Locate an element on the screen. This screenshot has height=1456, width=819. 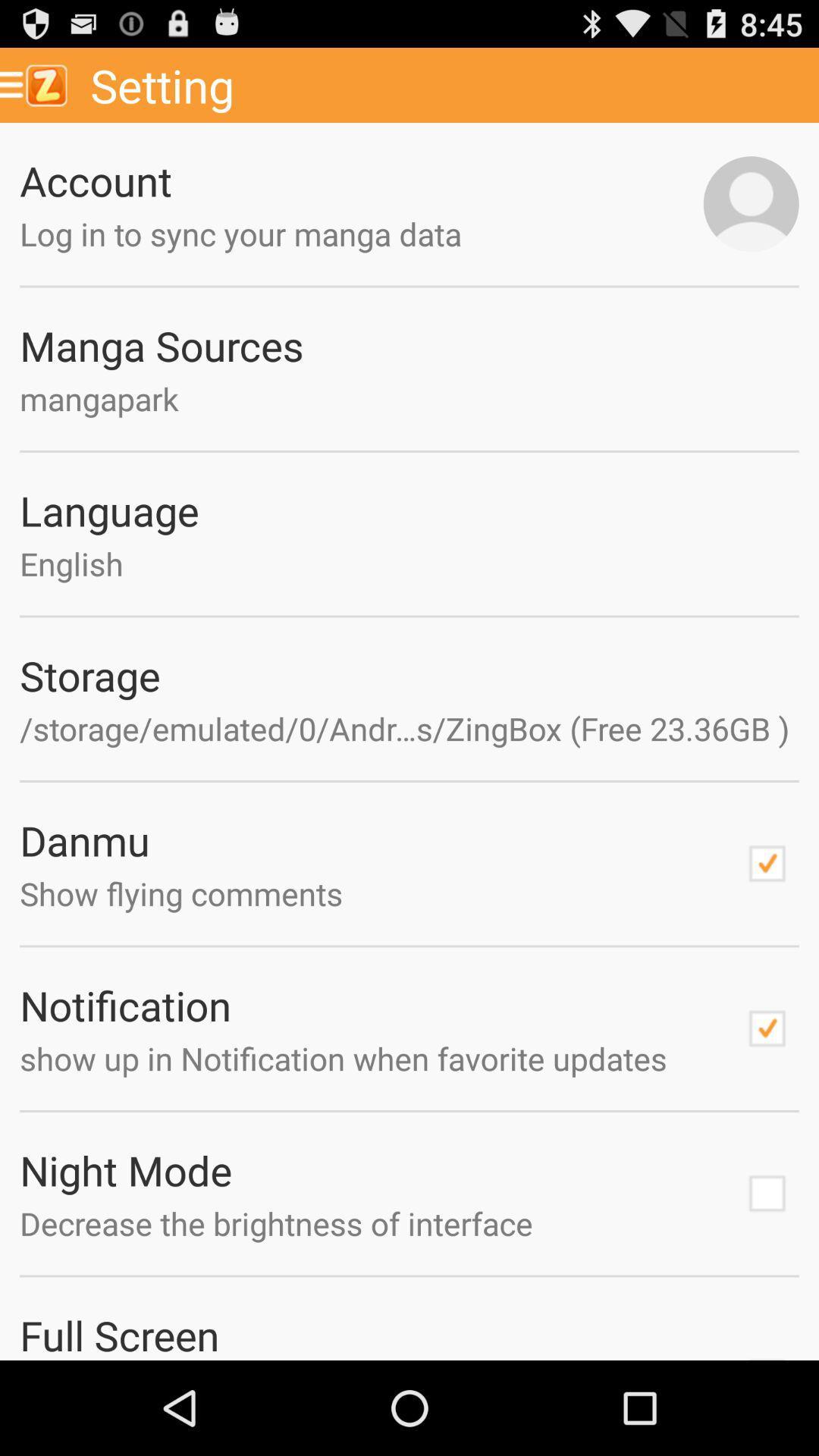
check mark box is located at coordinates (767, 1353).